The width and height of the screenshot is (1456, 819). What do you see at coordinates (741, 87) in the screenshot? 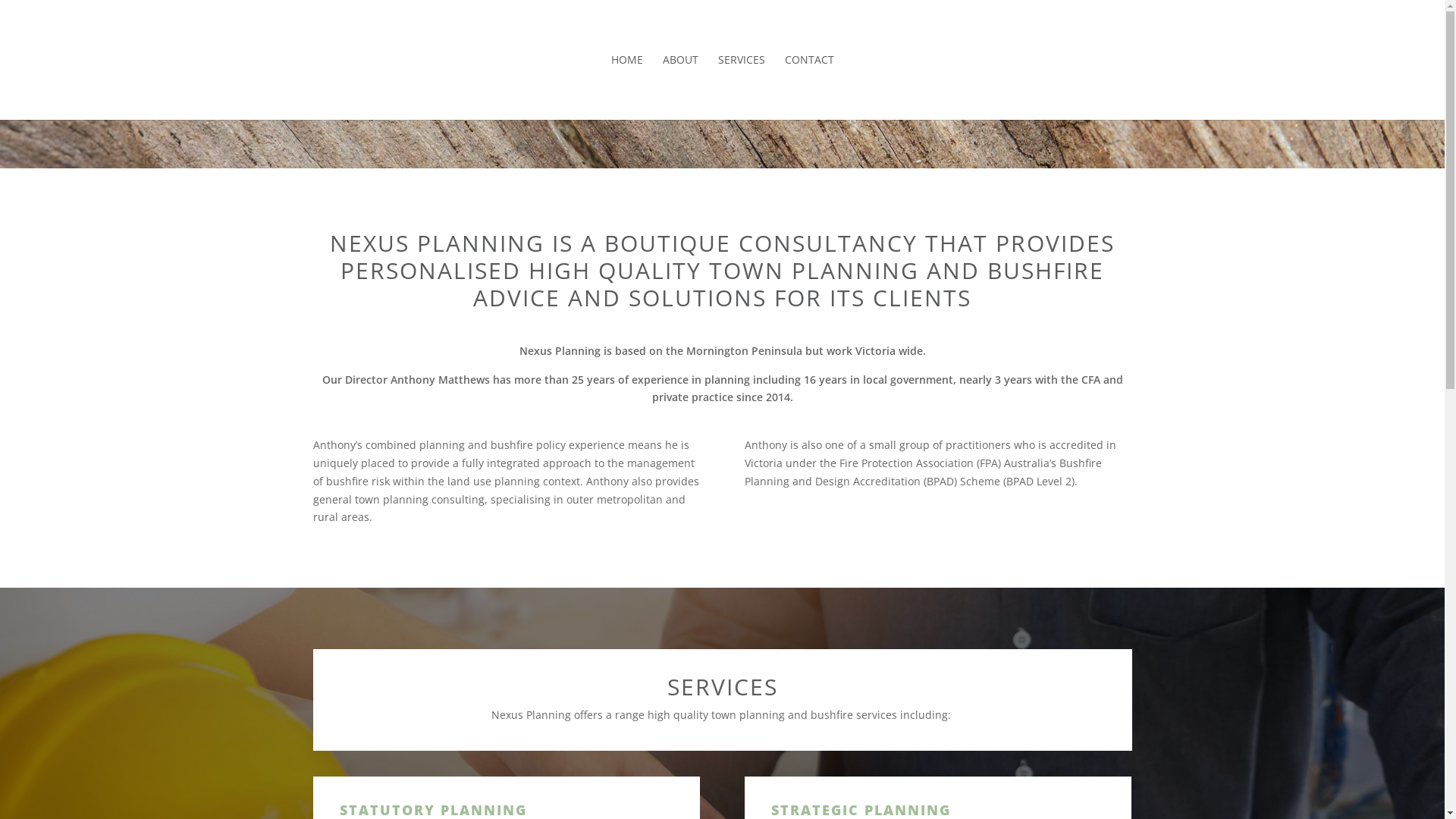
I see `'SERVICES'` at bounding box center [741, 87].